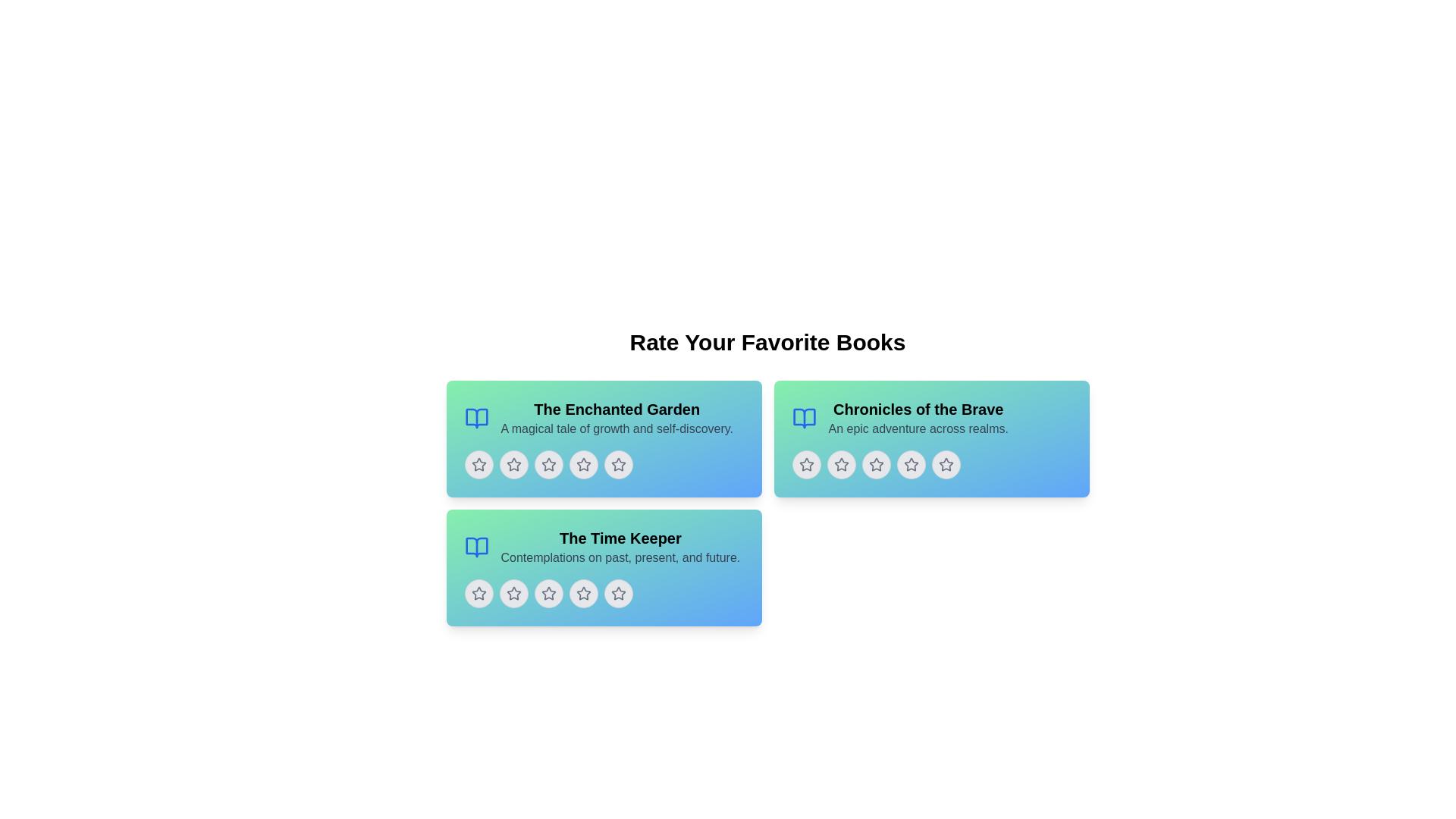 This screenshot has width=1456, height=819. I want to click on the blue open-book icon located at the top-left corner of the card labeled 'The Enchanted Garden', which is positioned directly to the left of the text title and above the star rating components, so click(475, 418).